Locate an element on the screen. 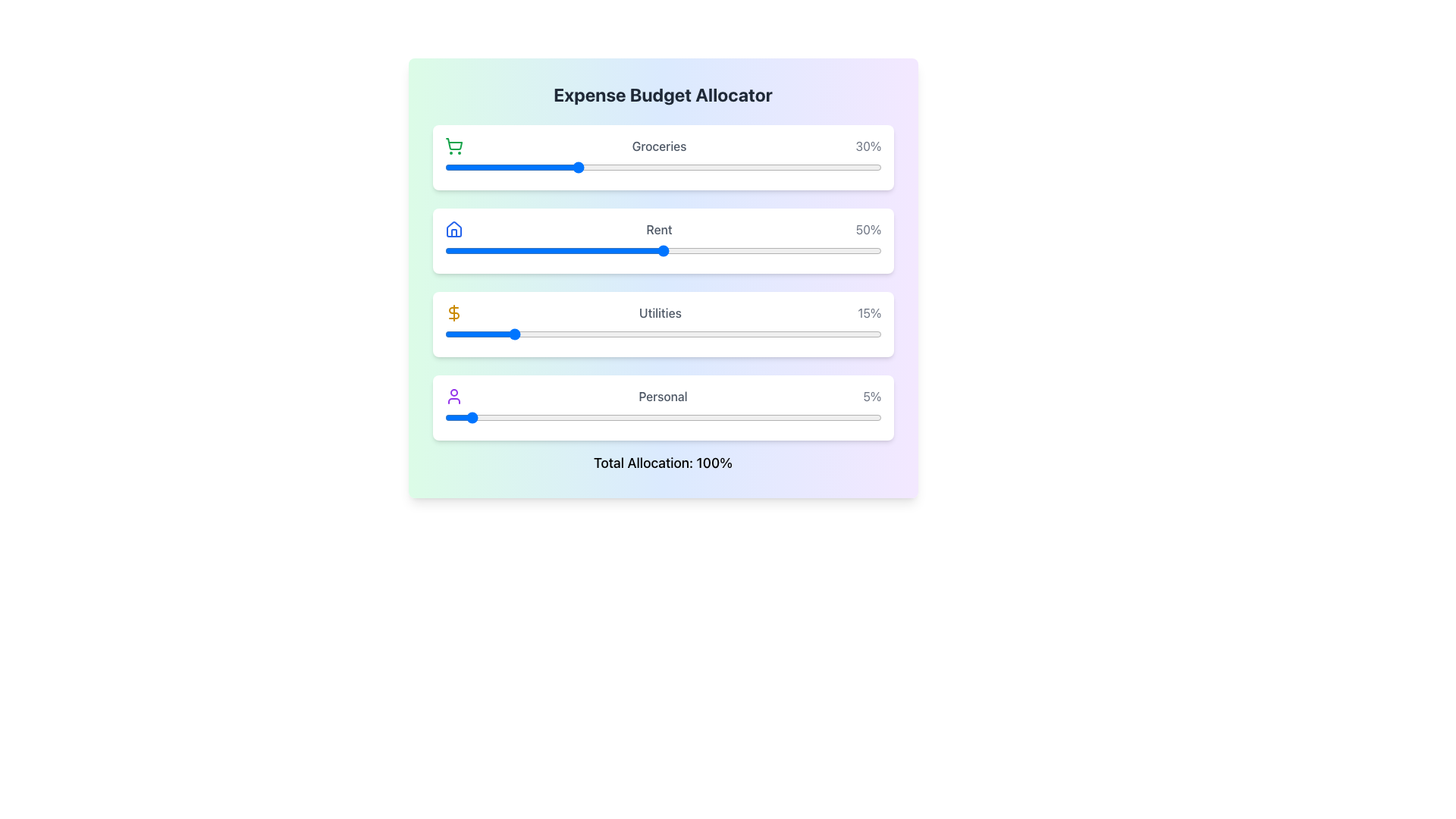 Image resolution: width=1456 pixels, height=819 pixels. utilities allocation is located at coordinates (579, 333).